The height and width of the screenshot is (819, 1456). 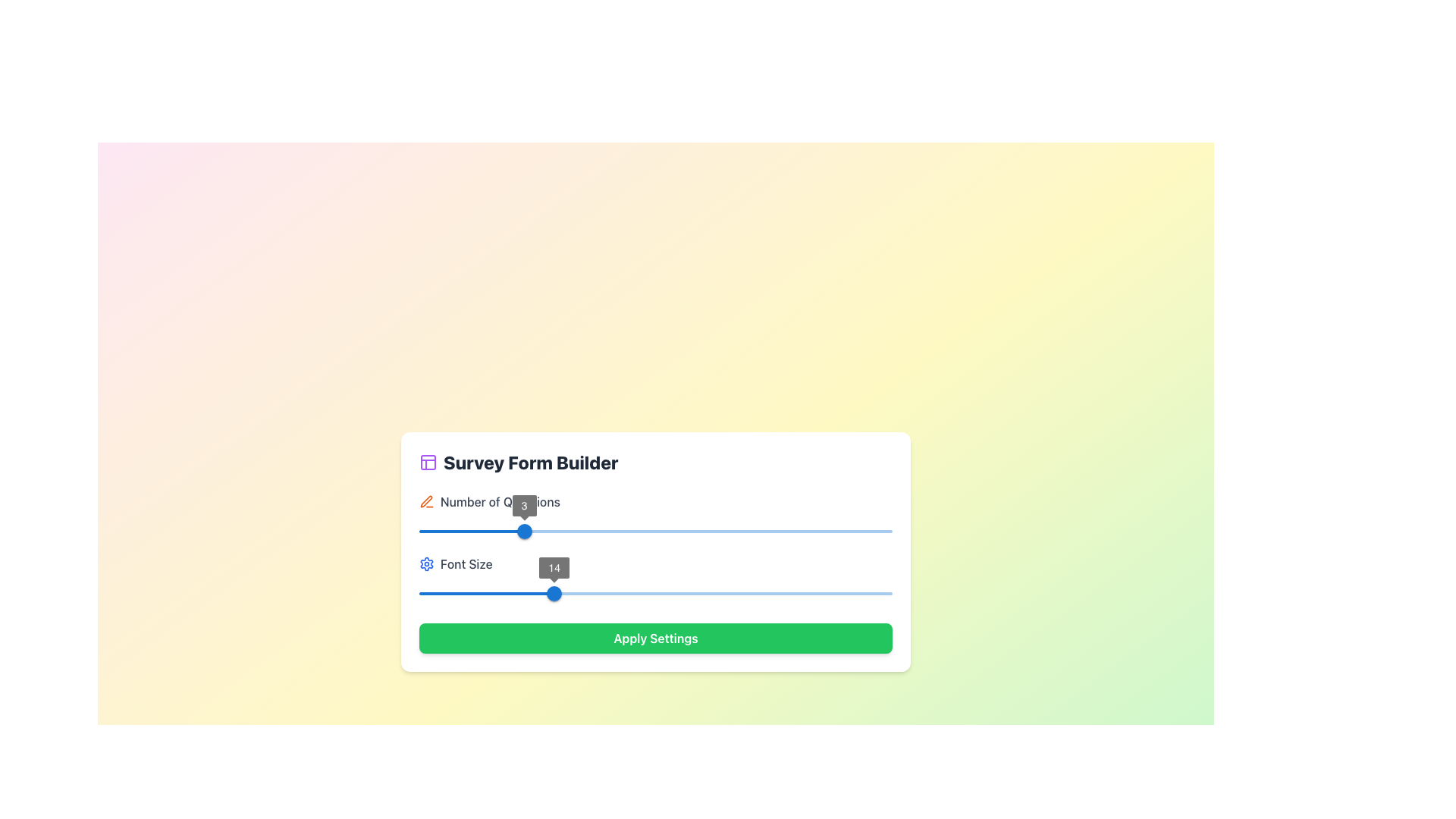 What do you see at coordinates (637, 593) in the screenshot?
I see `font size` at bounding box center [637, 593].